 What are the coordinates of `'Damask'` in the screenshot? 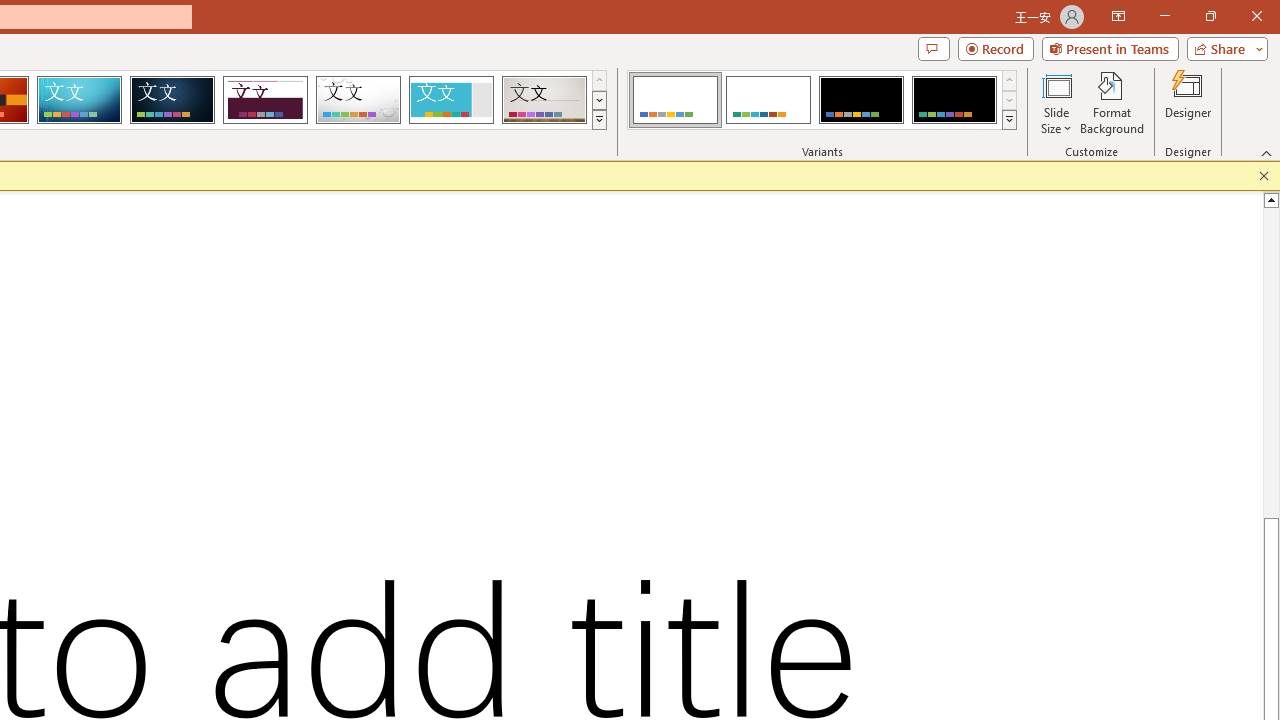 It's located at (172, 100).